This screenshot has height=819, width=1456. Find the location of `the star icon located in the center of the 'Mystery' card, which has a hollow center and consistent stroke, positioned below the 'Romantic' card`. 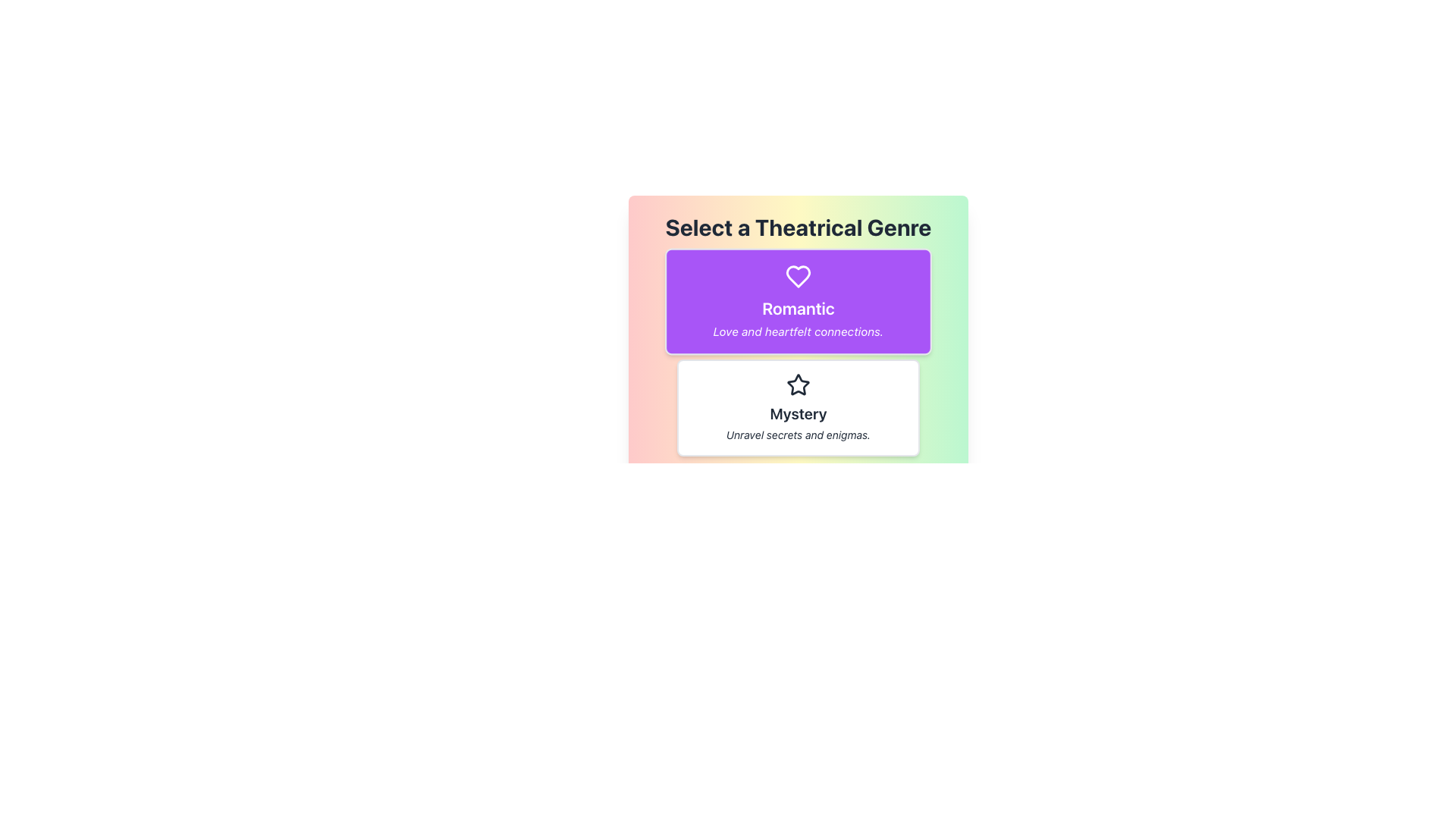

the star icon located in the center of the 'Mystery' card, which has a hollow center and consistent stroke, positioned below the 'Romantic' card is located at coordinates (797, 384).